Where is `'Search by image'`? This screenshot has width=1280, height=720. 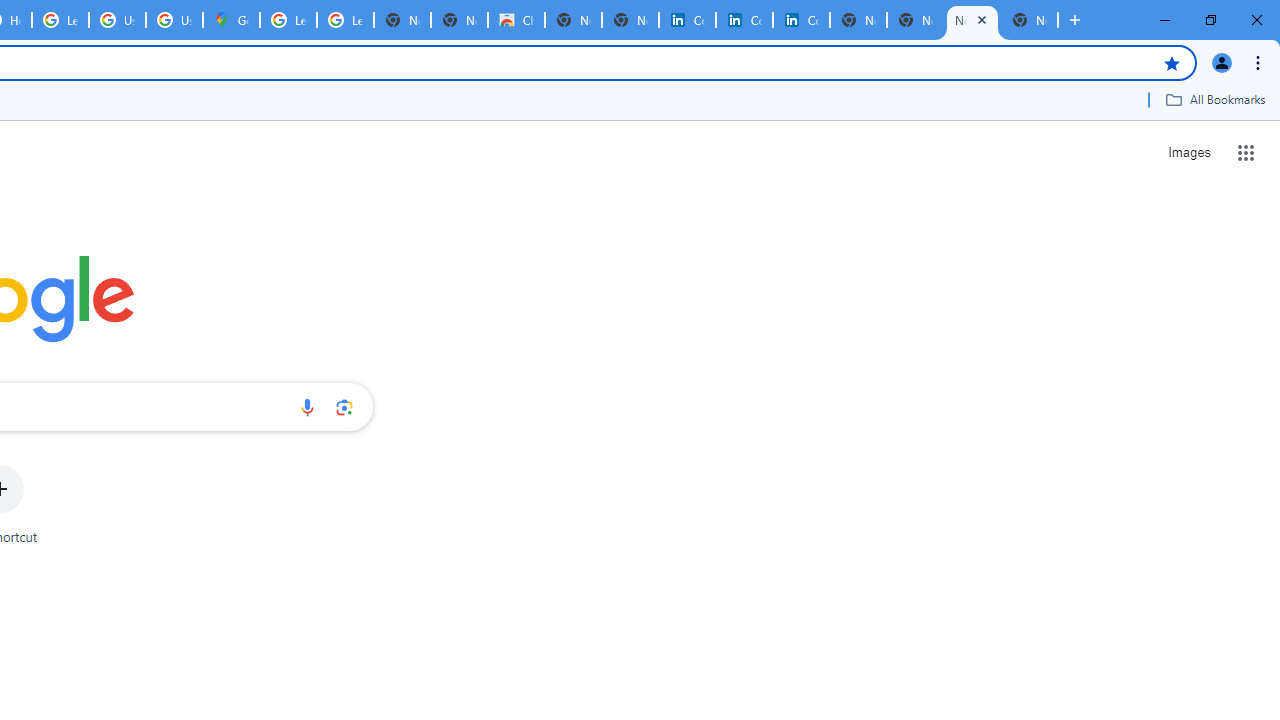
'Search by image' is located at coordinates (344, 406).